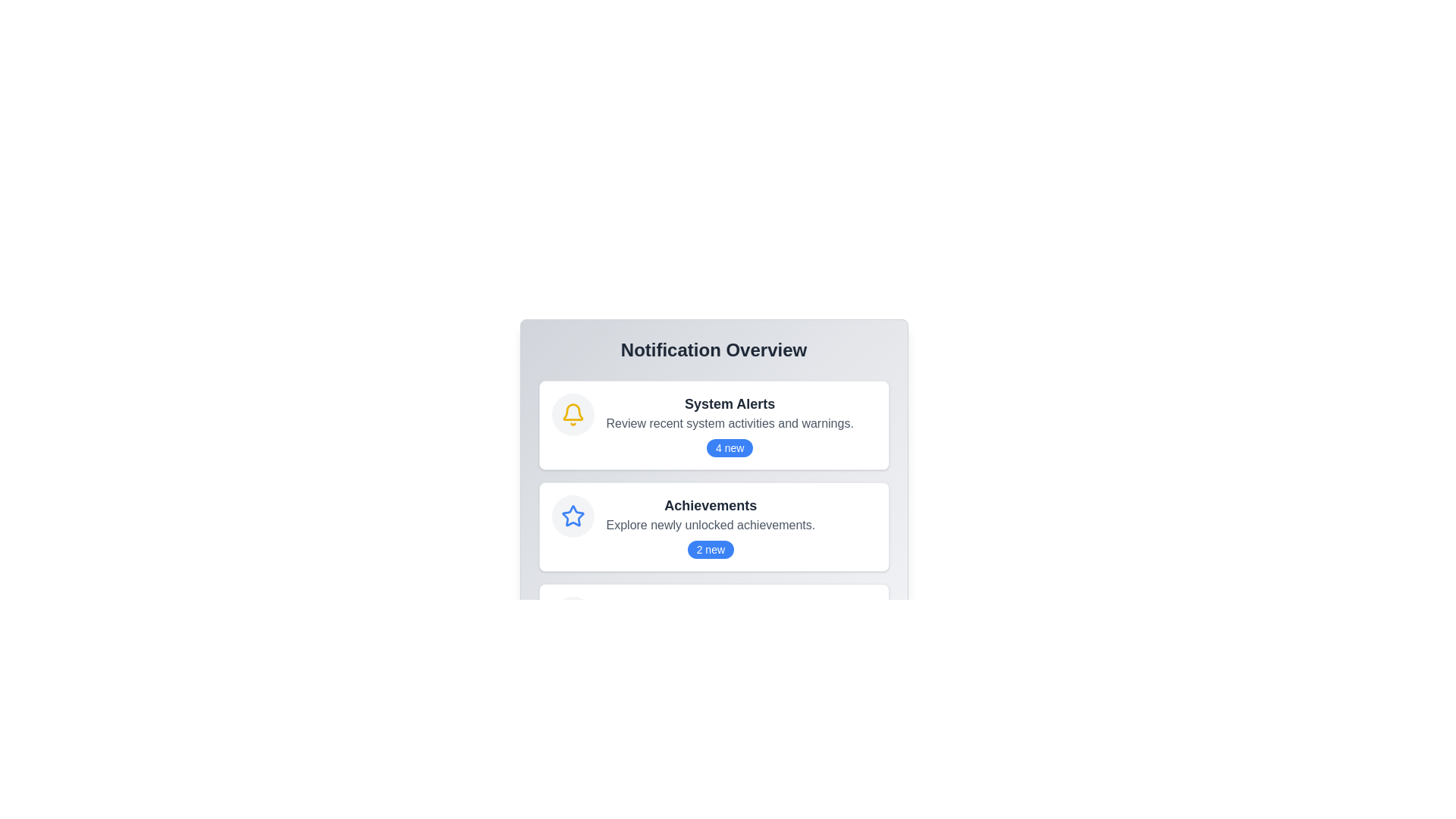 This screenshot has width=1456, height=819. I want to click on the pill-shaped badge with a blue background and white text that reads '4 new', located below the 'Review recent system activities and warnings.' in the 'System Alerts' section, so click(730, 447).